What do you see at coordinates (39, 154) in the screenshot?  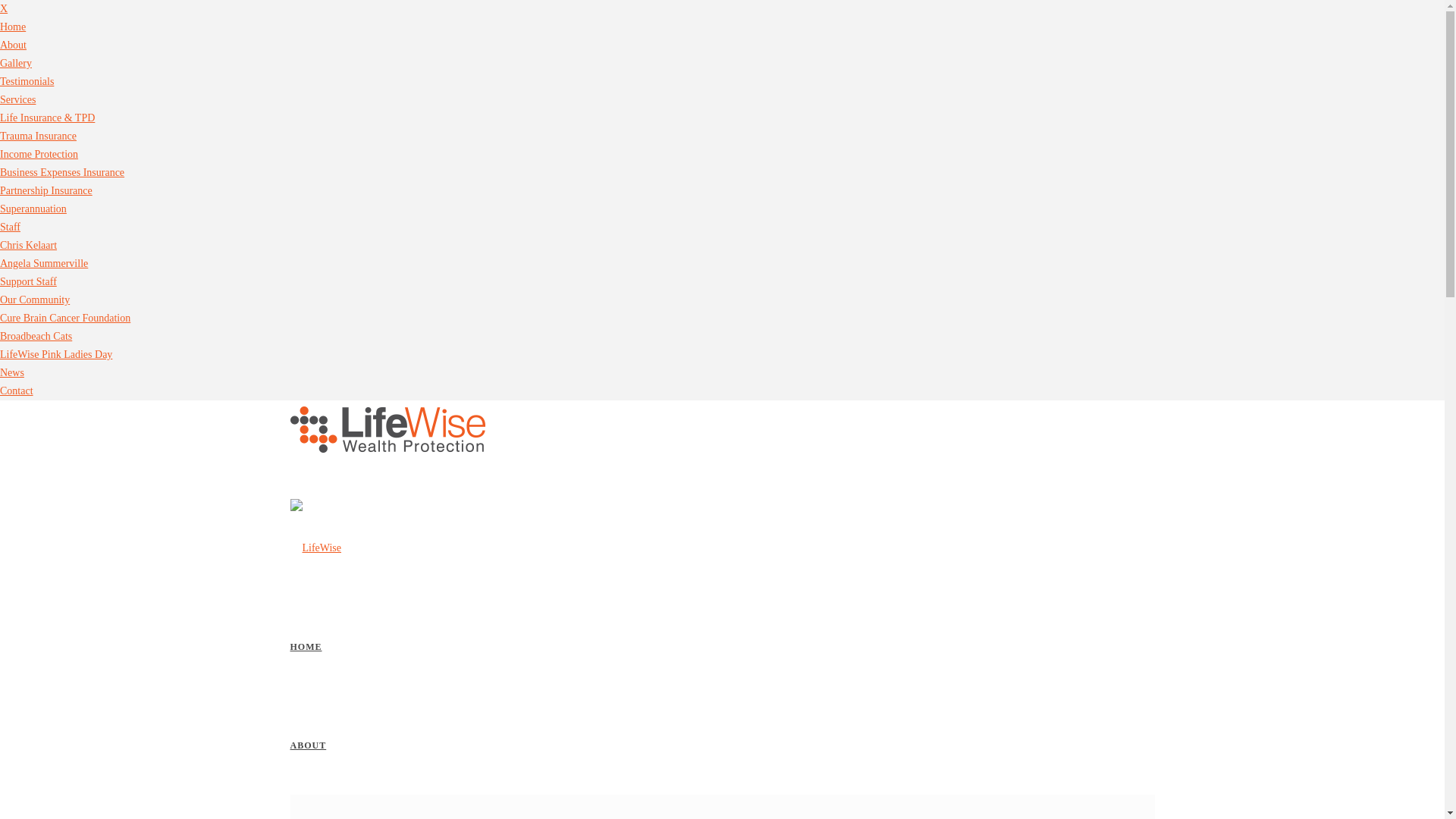 I see `'Income Protection'` at bounding box center [39, 154].